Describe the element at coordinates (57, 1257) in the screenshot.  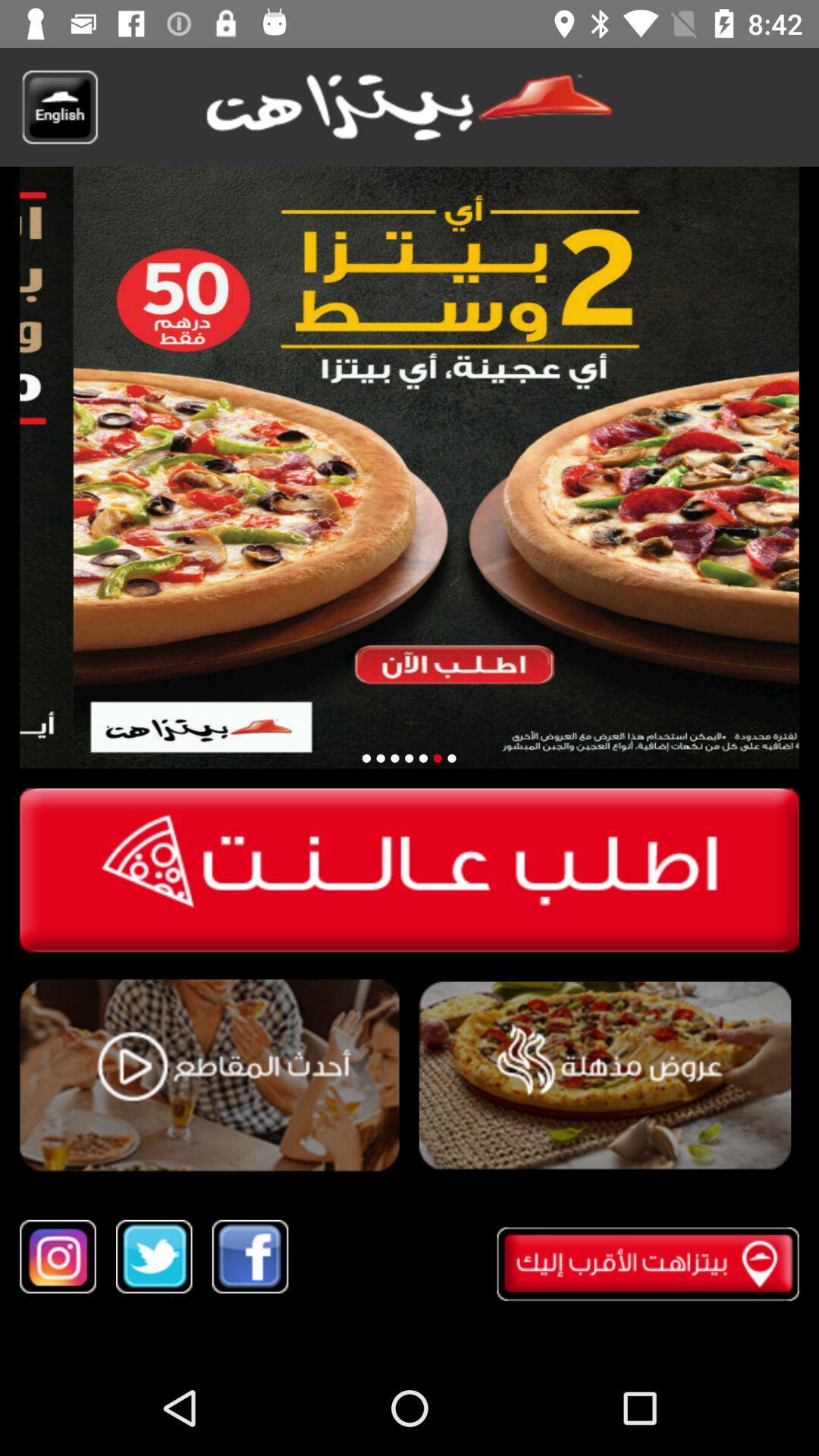
I see `instagram` at that location.